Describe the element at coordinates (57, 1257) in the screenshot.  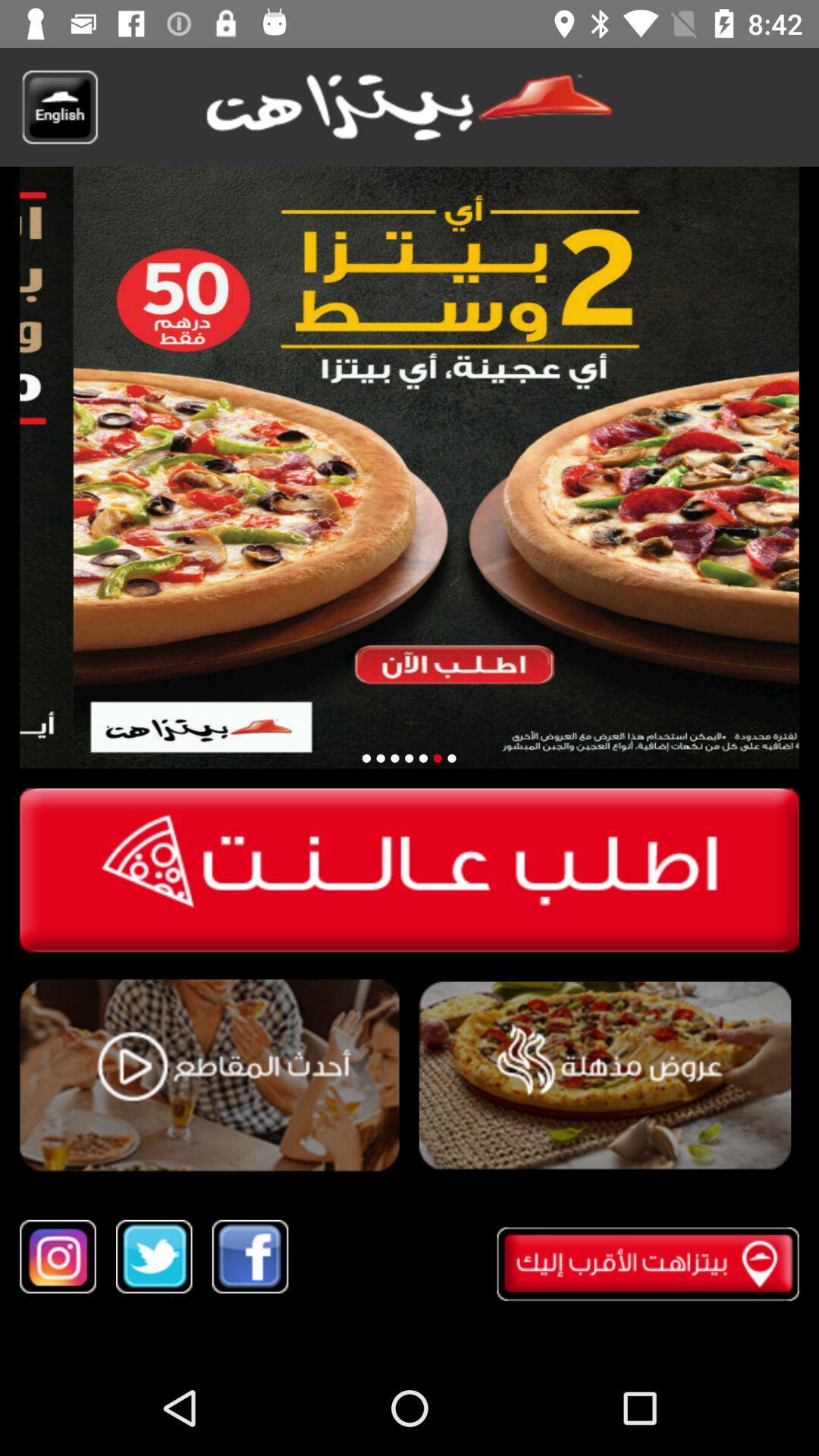
I see `instagram` at that location.